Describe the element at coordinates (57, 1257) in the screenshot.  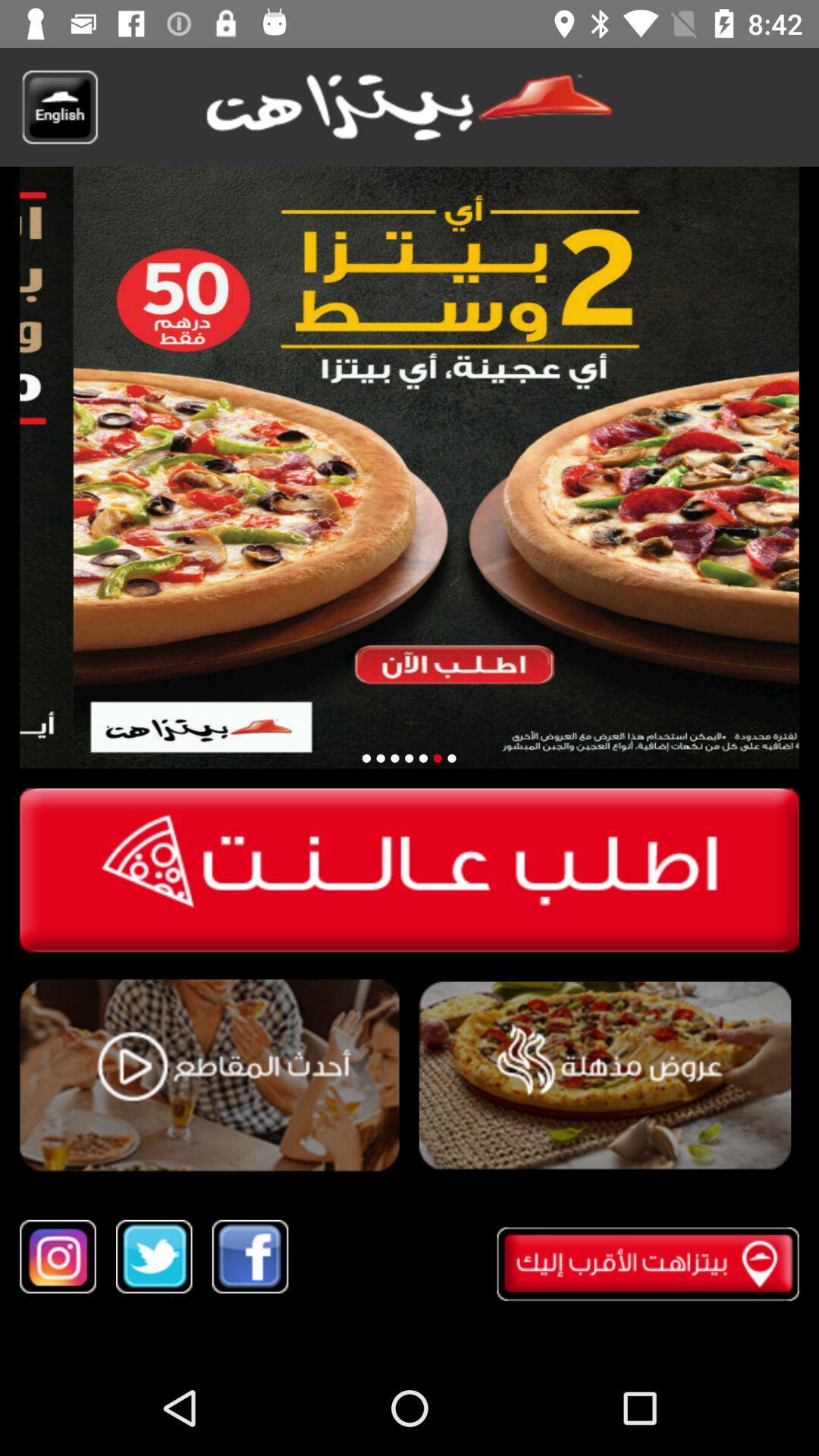
I see `instagram` at that location.